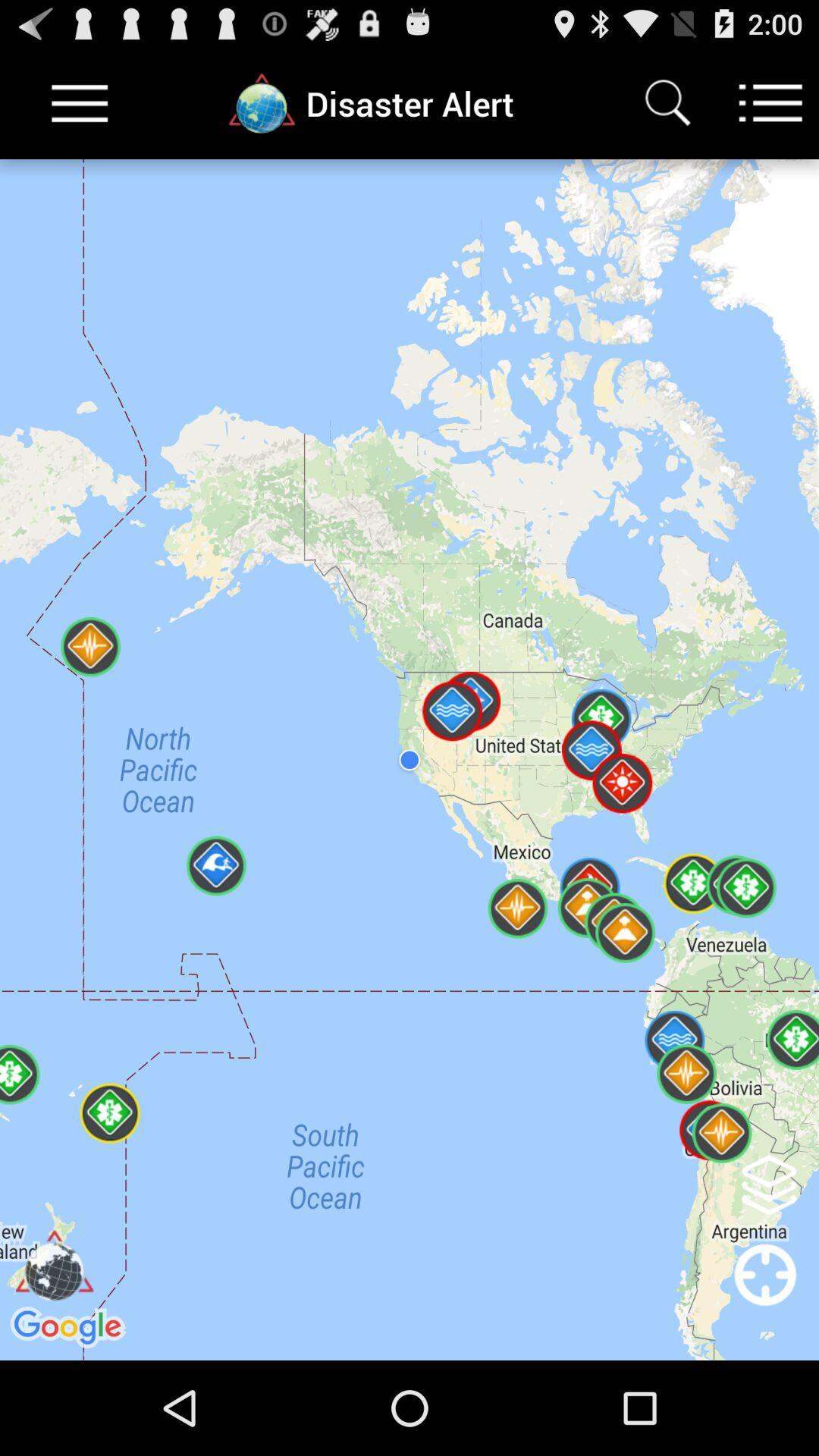 The height and width of the screenshot is (1456, 819). Describe the element at coordinates (667, 102) in the screenshot. I see `search` at that location.